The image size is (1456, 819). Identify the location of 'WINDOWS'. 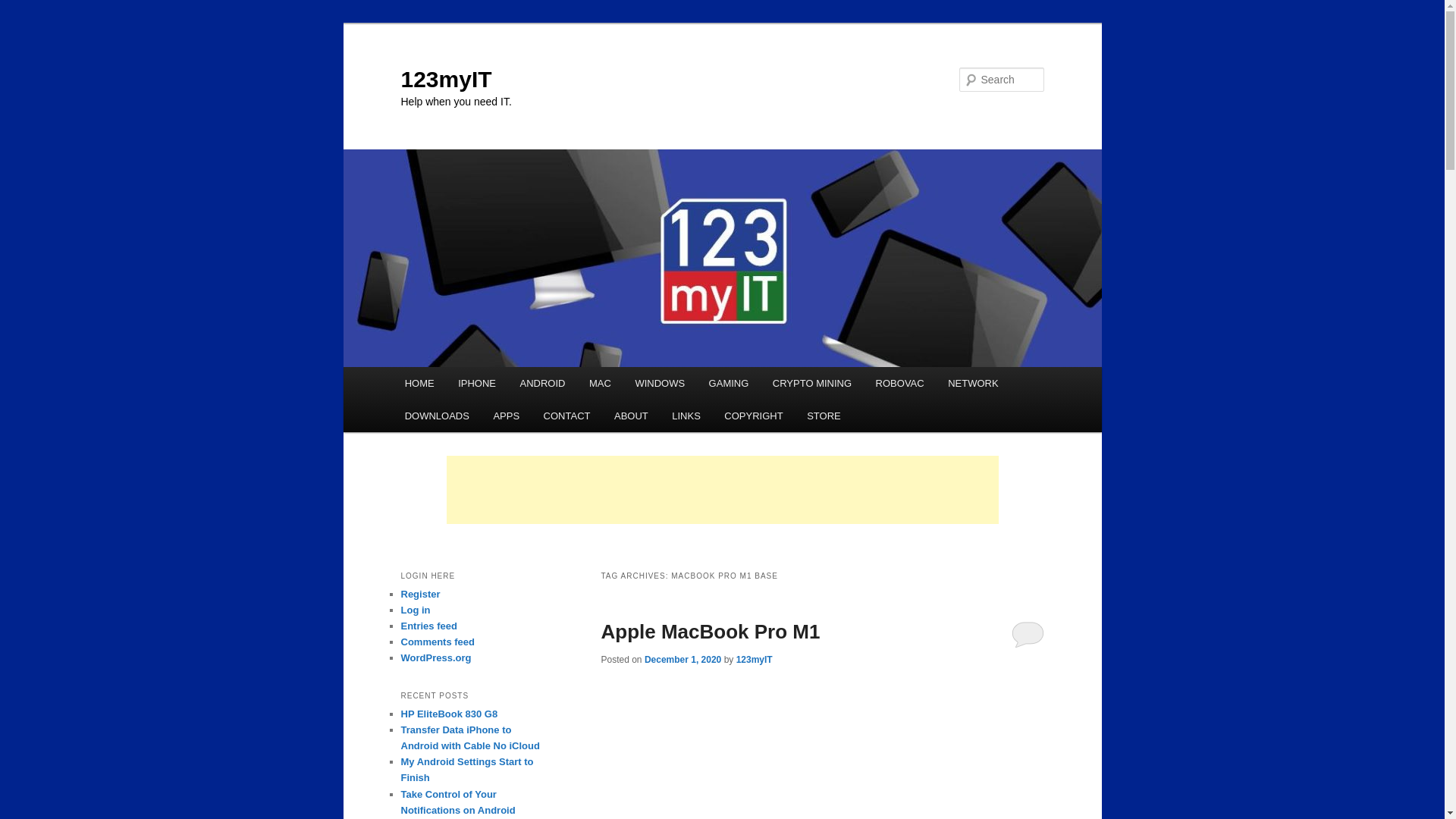
(660, 382).